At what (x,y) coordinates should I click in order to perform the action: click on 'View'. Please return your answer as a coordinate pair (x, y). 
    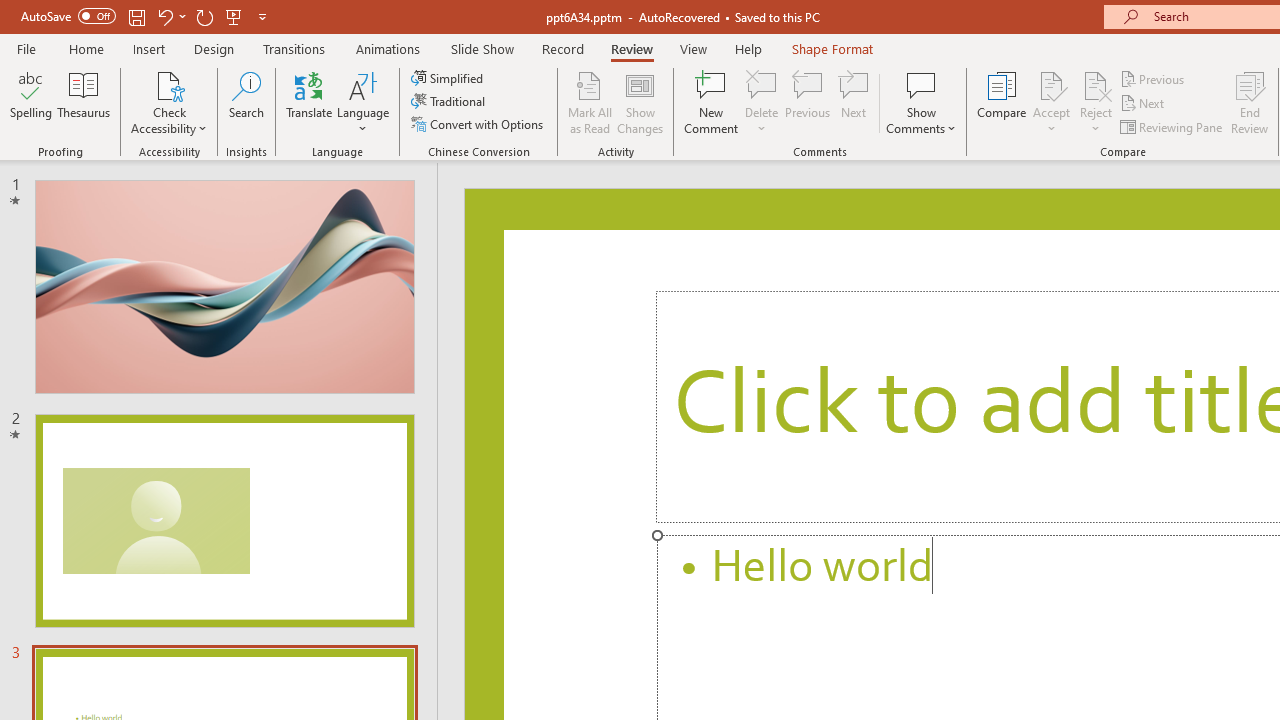
    Looking at the image, I should click on (693, 48).